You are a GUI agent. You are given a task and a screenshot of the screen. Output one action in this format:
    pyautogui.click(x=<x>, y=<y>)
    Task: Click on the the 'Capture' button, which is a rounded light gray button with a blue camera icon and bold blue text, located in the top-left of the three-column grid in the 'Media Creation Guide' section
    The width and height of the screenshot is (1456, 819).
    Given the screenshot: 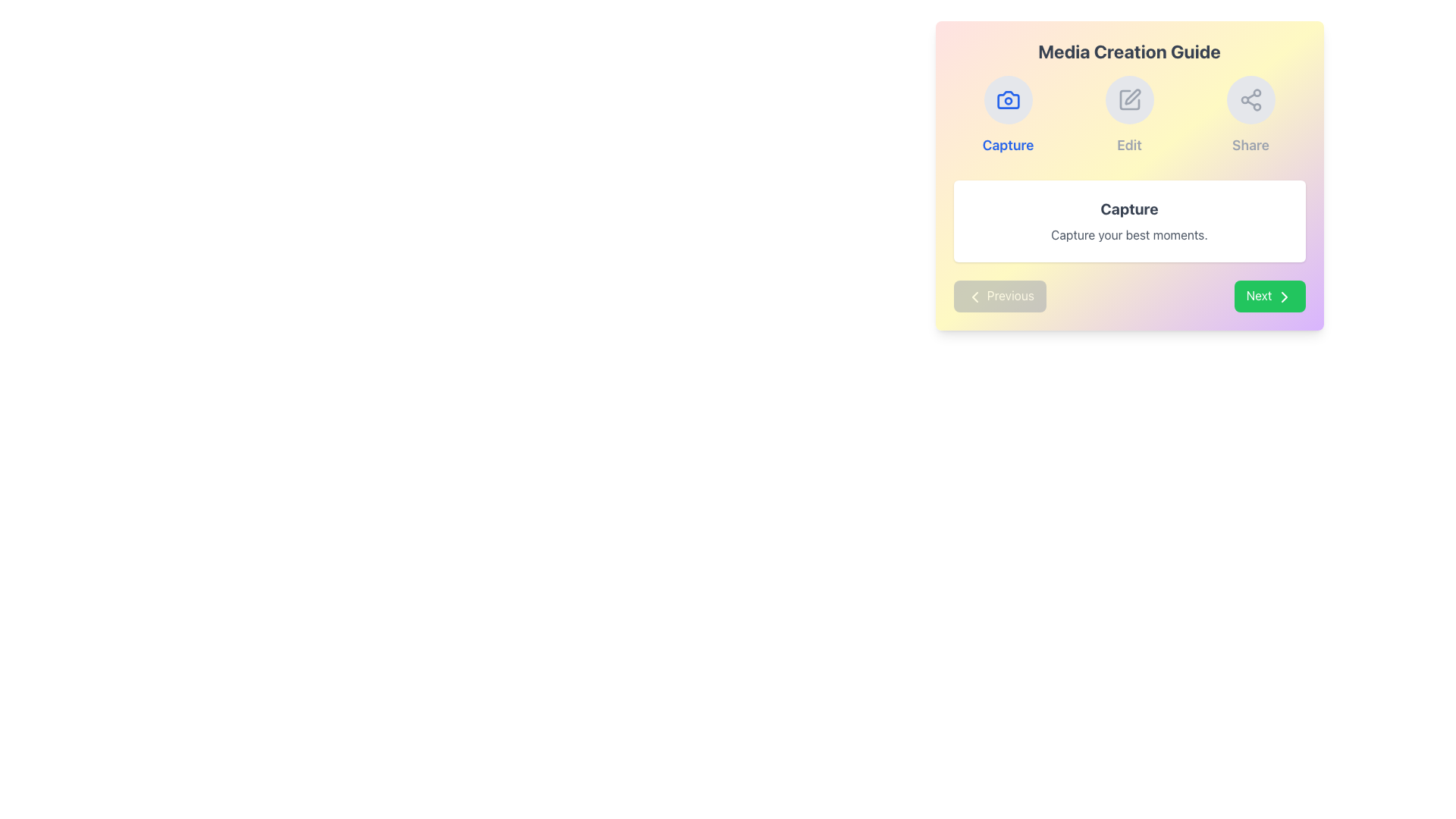 What is the action you would take?
    pyautogui.click(x=1008, y=115)
    